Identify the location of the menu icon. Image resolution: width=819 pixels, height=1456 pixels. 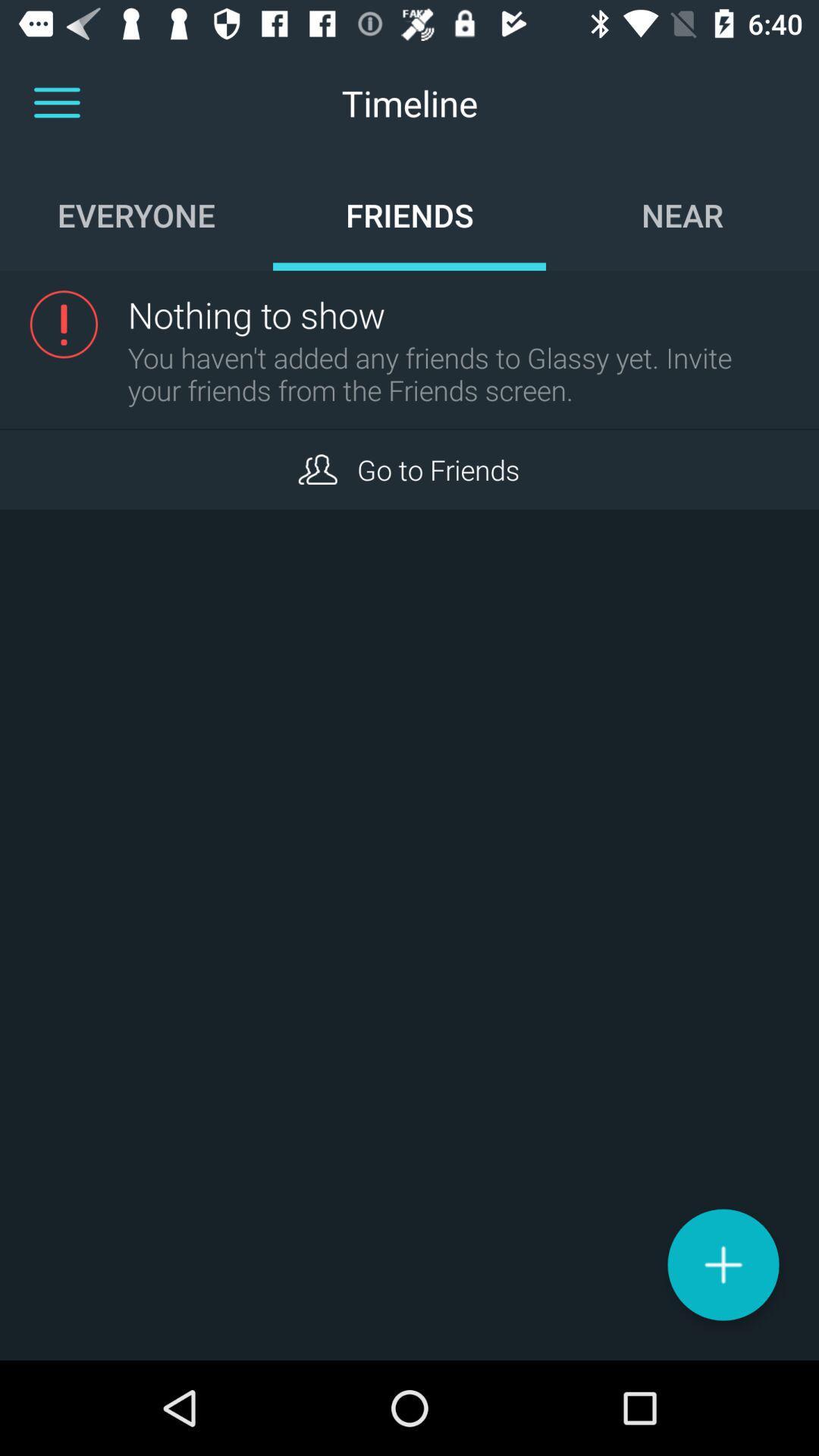
(56, 102).